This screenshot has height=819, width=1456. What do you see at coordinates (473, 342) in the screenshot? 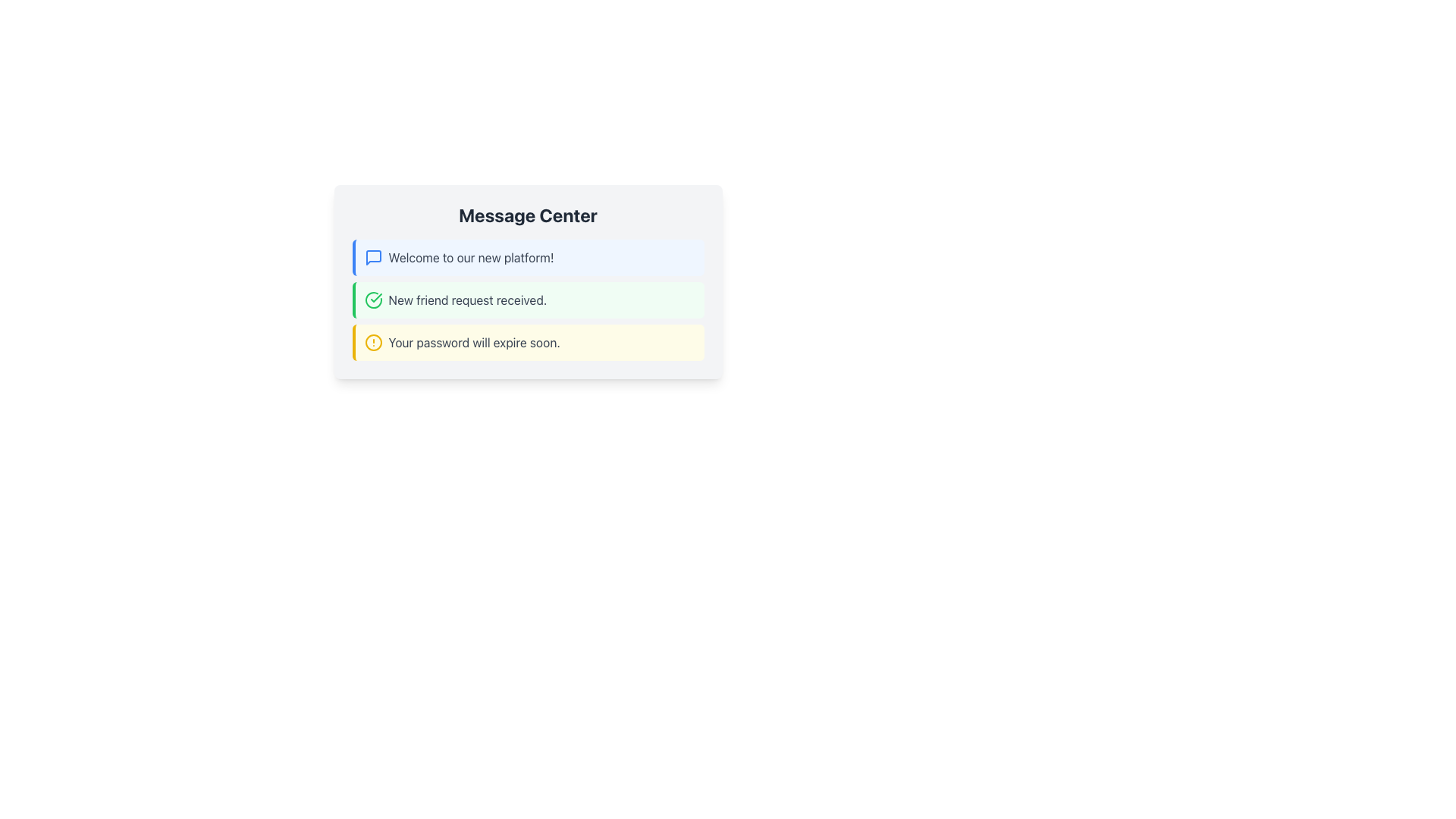
I see `the static notification message about password expiration, which is the third element in the 'Message Center' notifications list` at bounding box center [473, 342].